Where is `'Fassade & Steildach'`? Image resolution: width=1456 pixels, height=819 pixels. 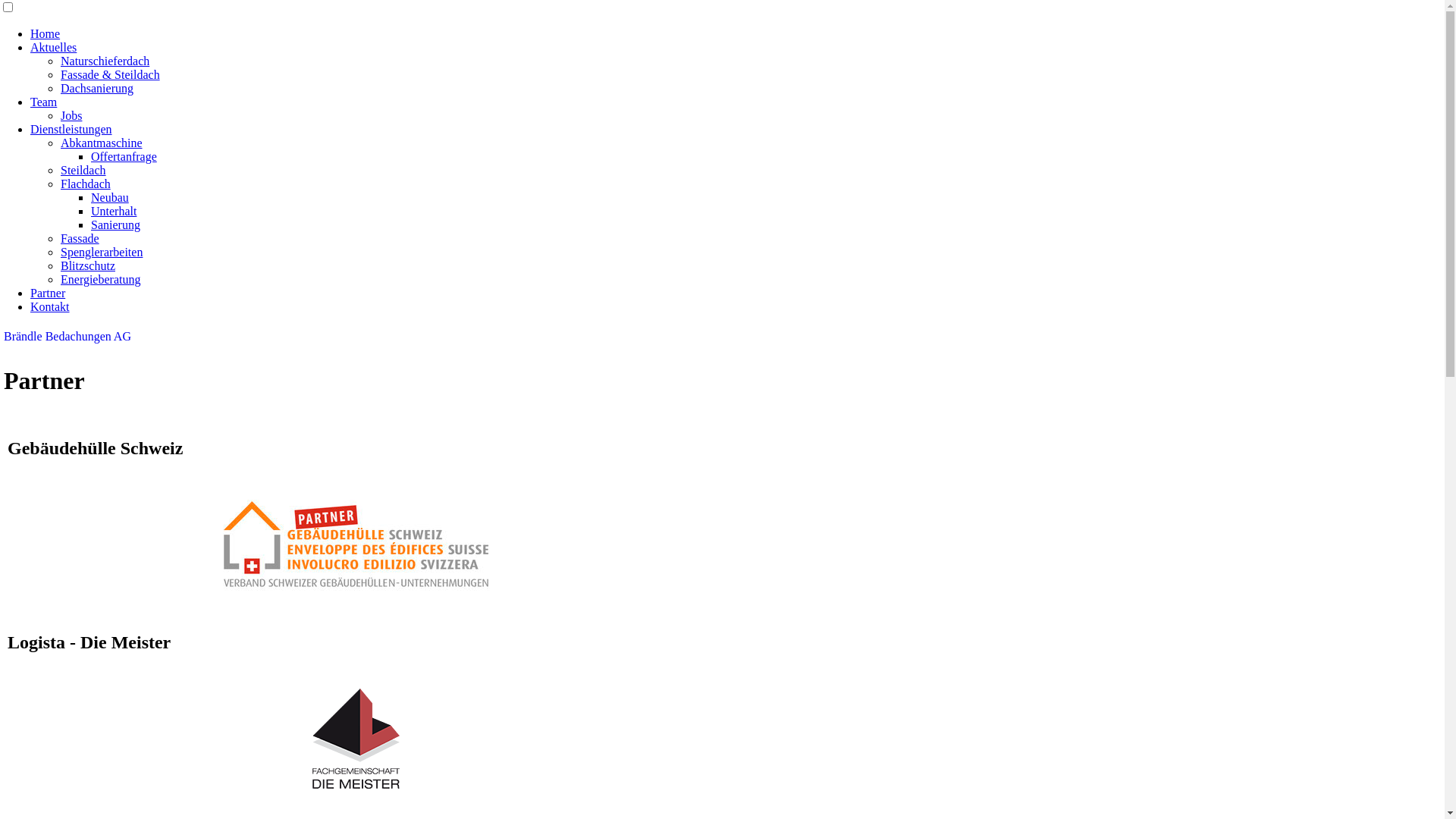
'Fassade & Steildach' is located at coordinates (109, 74).